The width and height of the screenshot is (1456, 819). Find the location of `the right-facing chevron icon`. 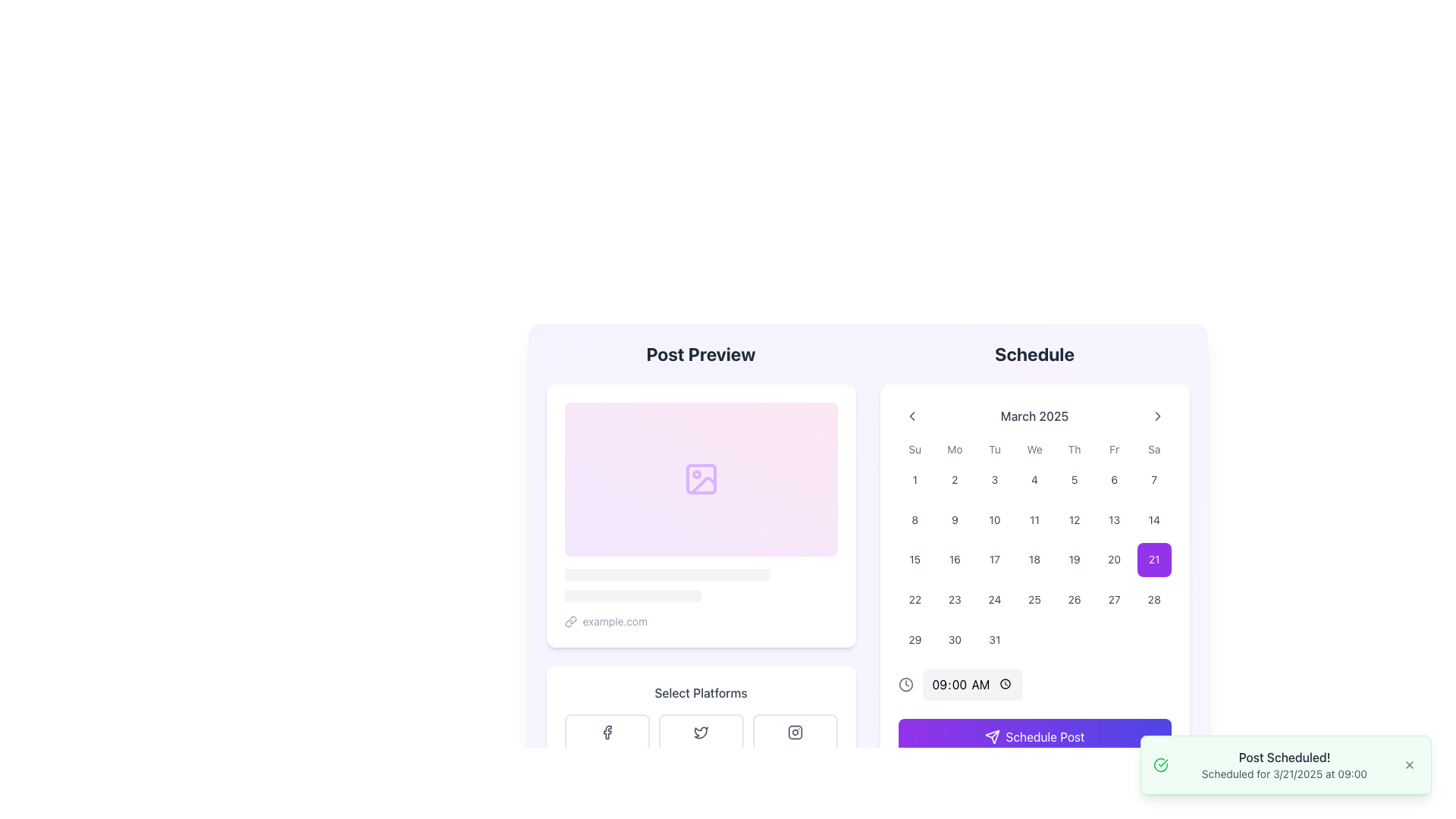

the right-facing chevron icon is located at coordinates (1156, 416).